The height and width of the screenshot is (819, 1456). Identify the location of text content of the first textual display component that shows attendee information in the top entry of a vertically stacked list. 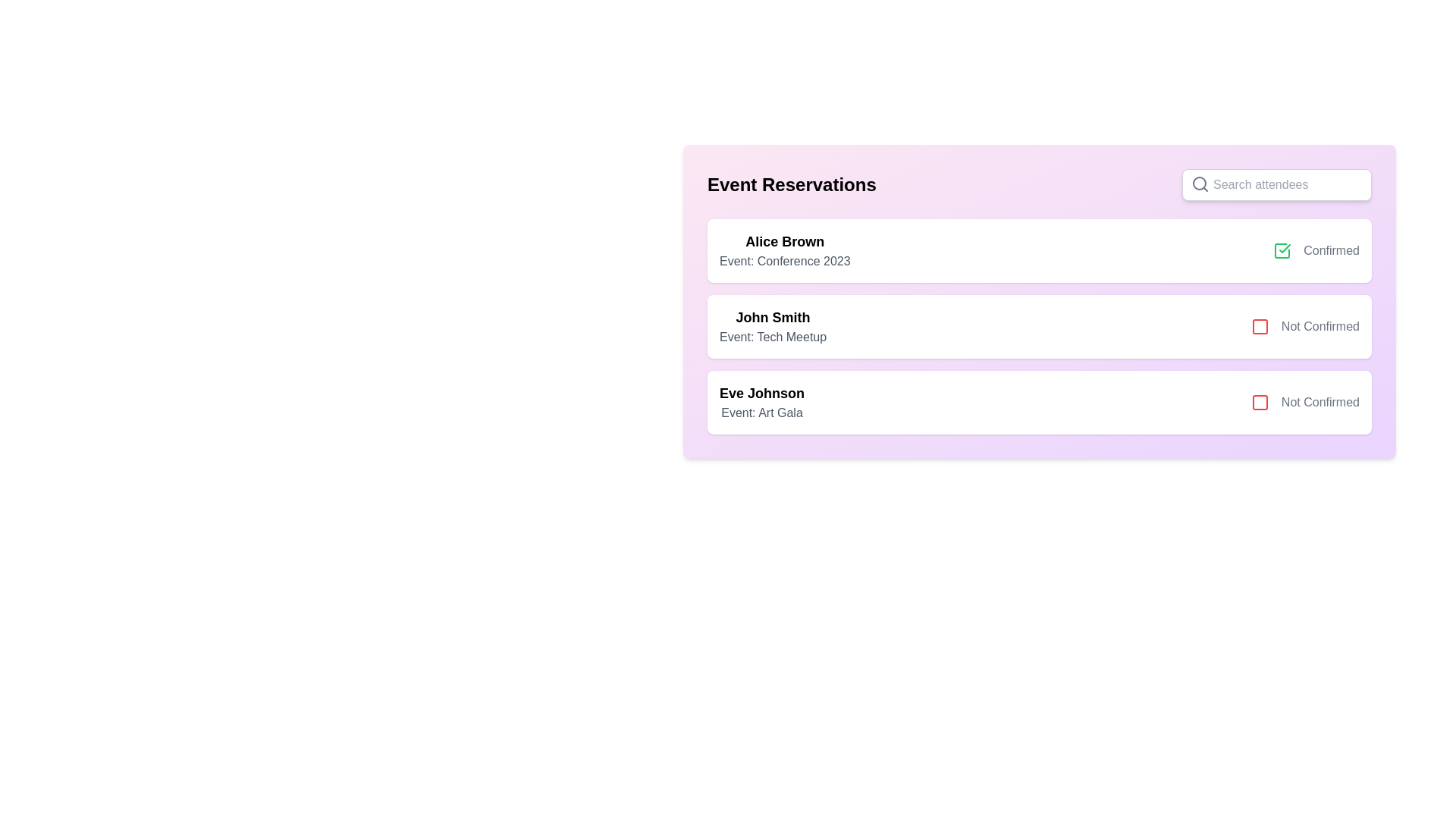
(785, 250).